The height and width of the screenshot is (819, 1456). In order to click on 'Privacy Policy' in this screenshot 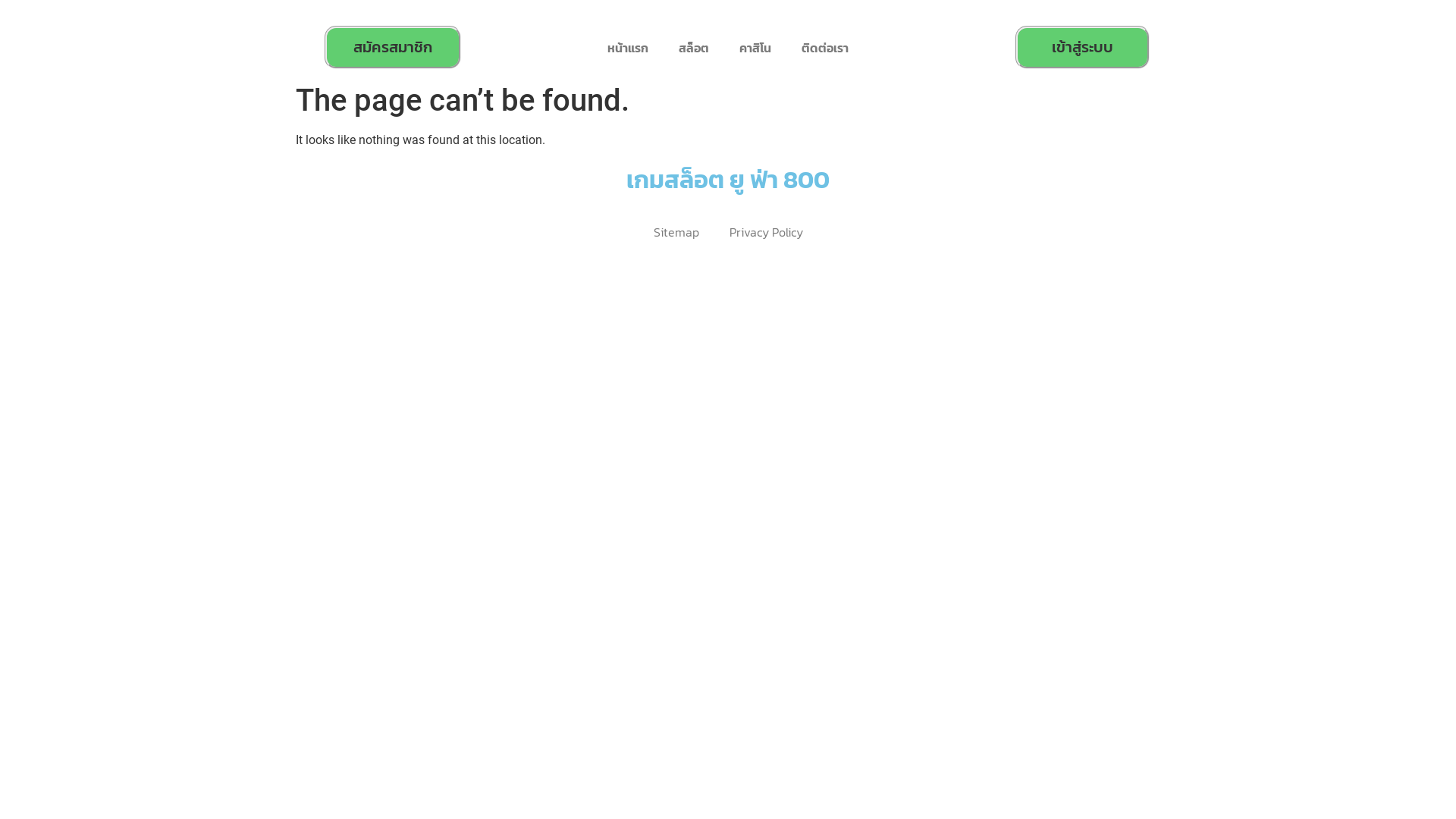, I will do `click(766, 232)`.